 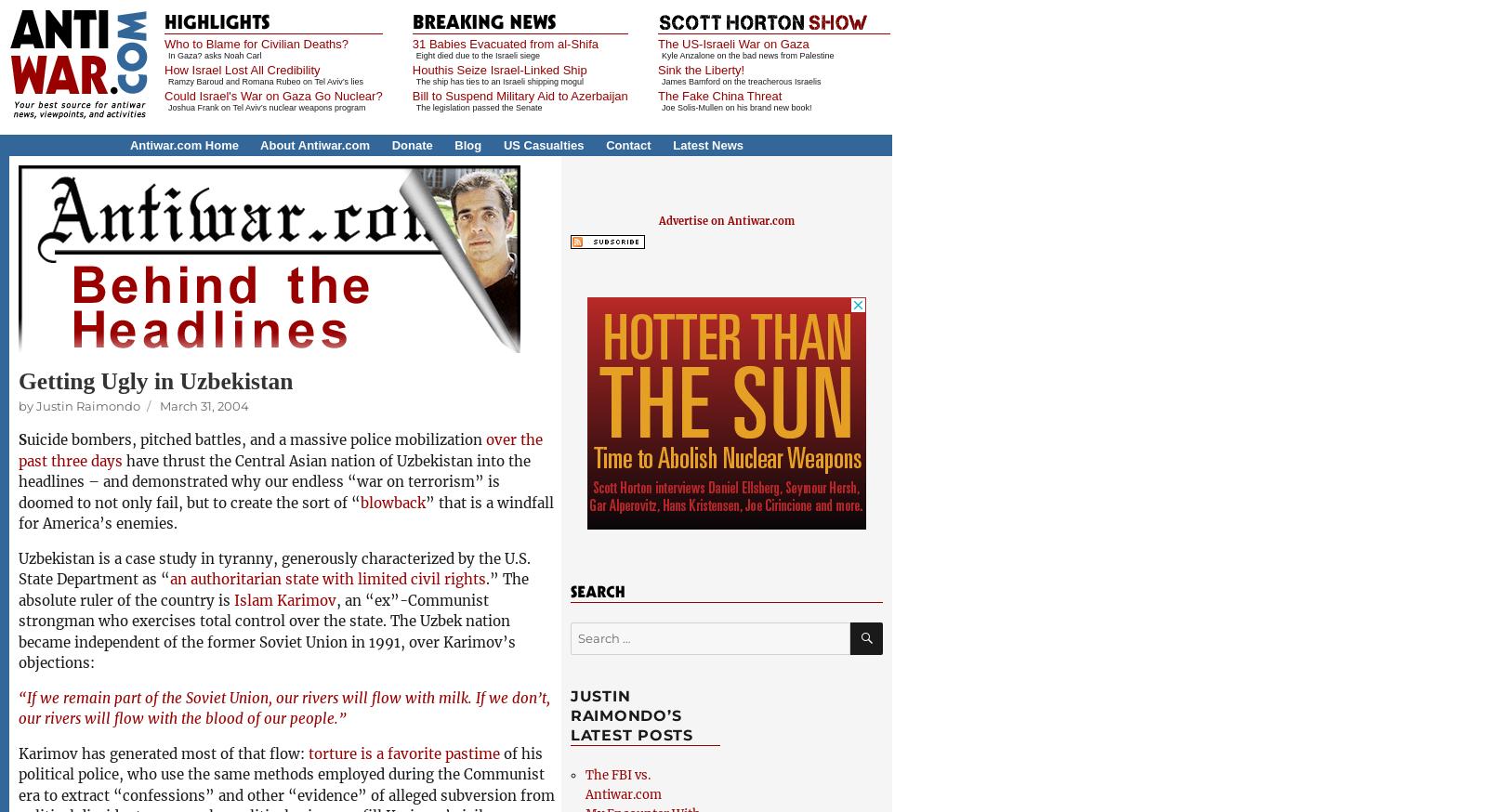 I want to click on 'Kyle Anzalone on the bad news from Palestine', so click(x=662, y=54).